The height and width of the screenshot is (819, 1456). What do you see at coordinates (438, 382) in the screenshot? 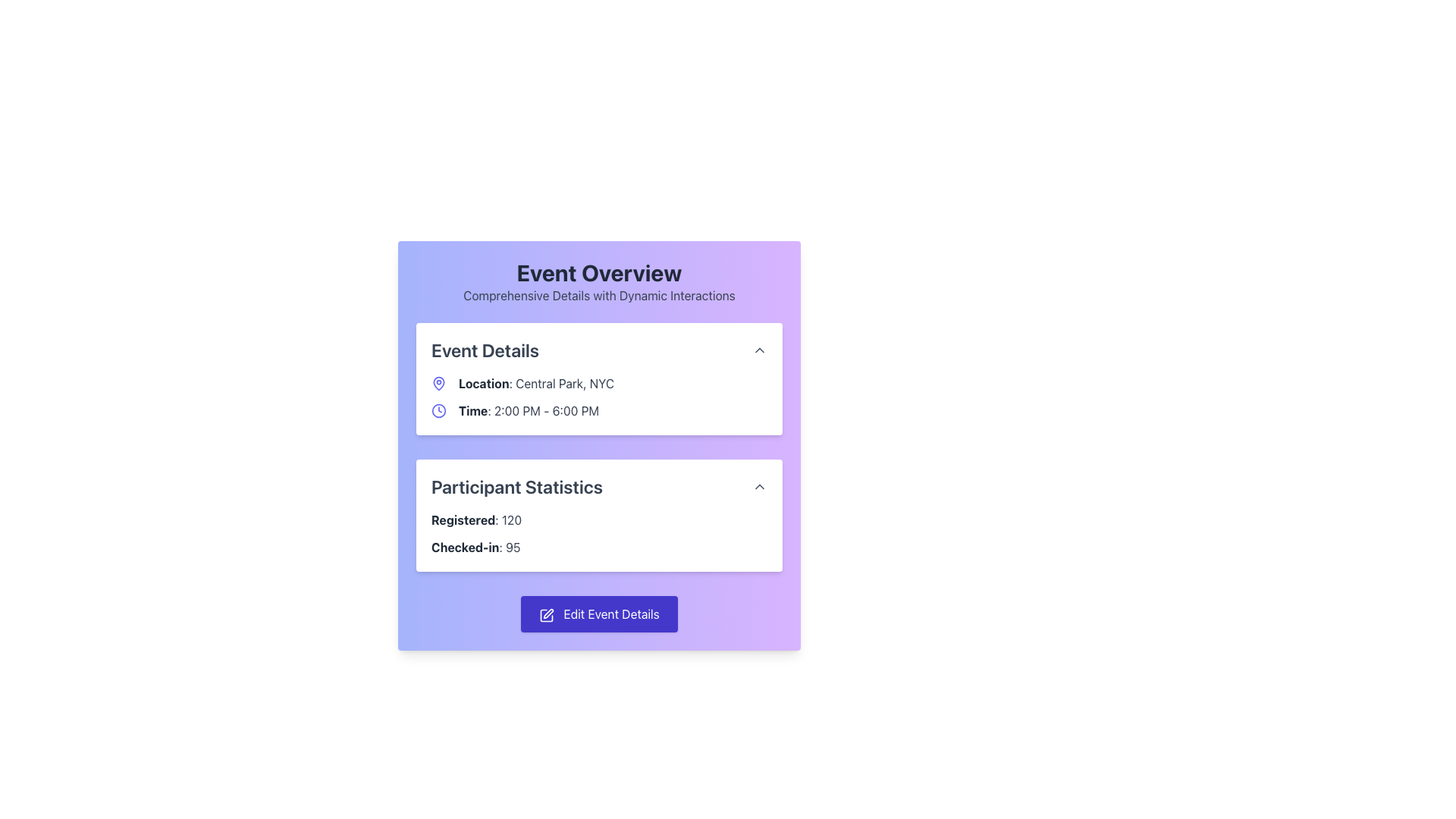
I see `the location icon associated with the 'Location' label in the 'Event Details' card` at bounding box center [438, 382].